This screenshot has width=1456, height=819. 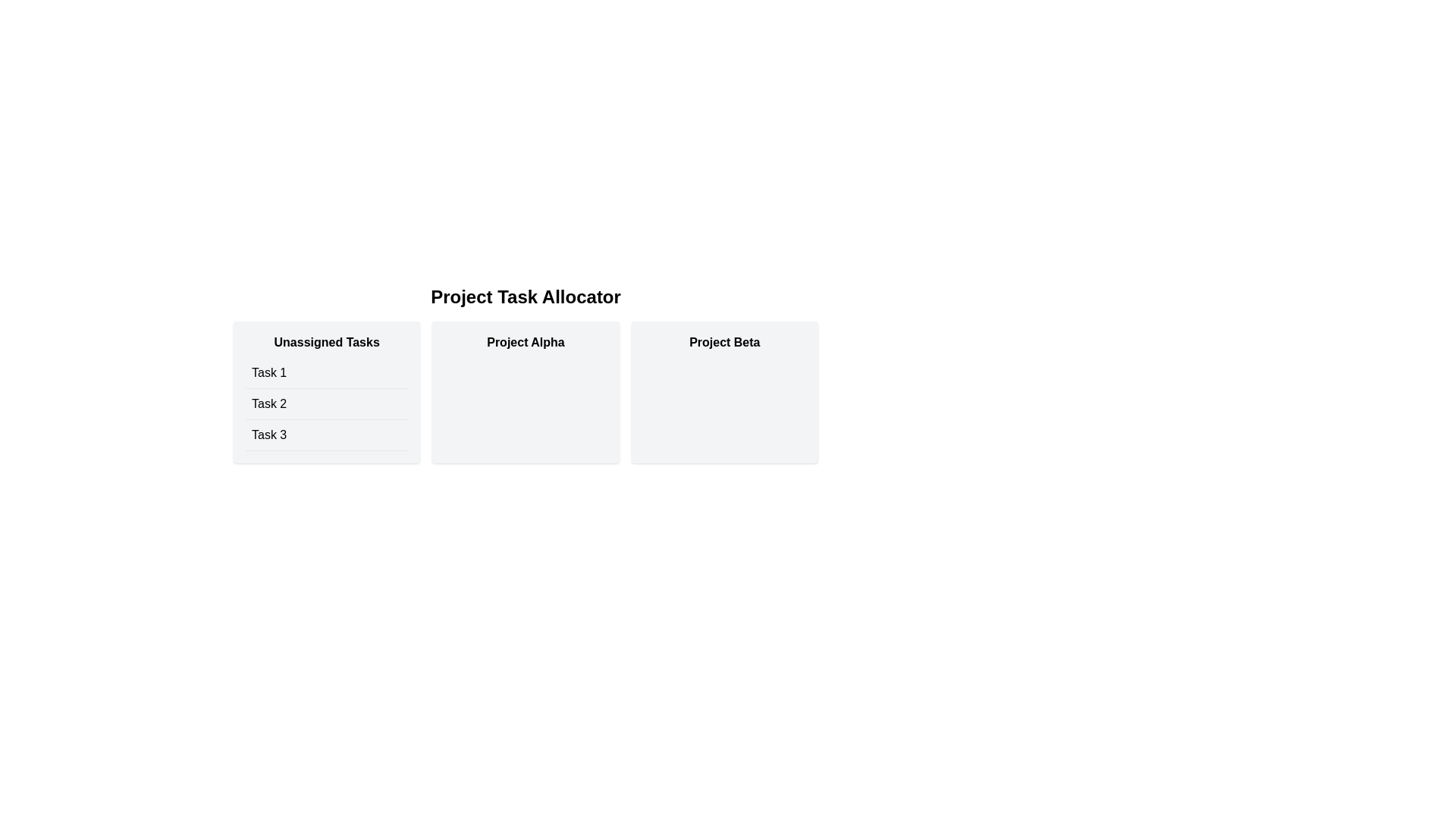 What do you see at coordinates (526, 391) in the screenshot?
I see `the task Task 3 from the project Project Alpha and return it to the unassigned list` at bounding box center [526, 391].